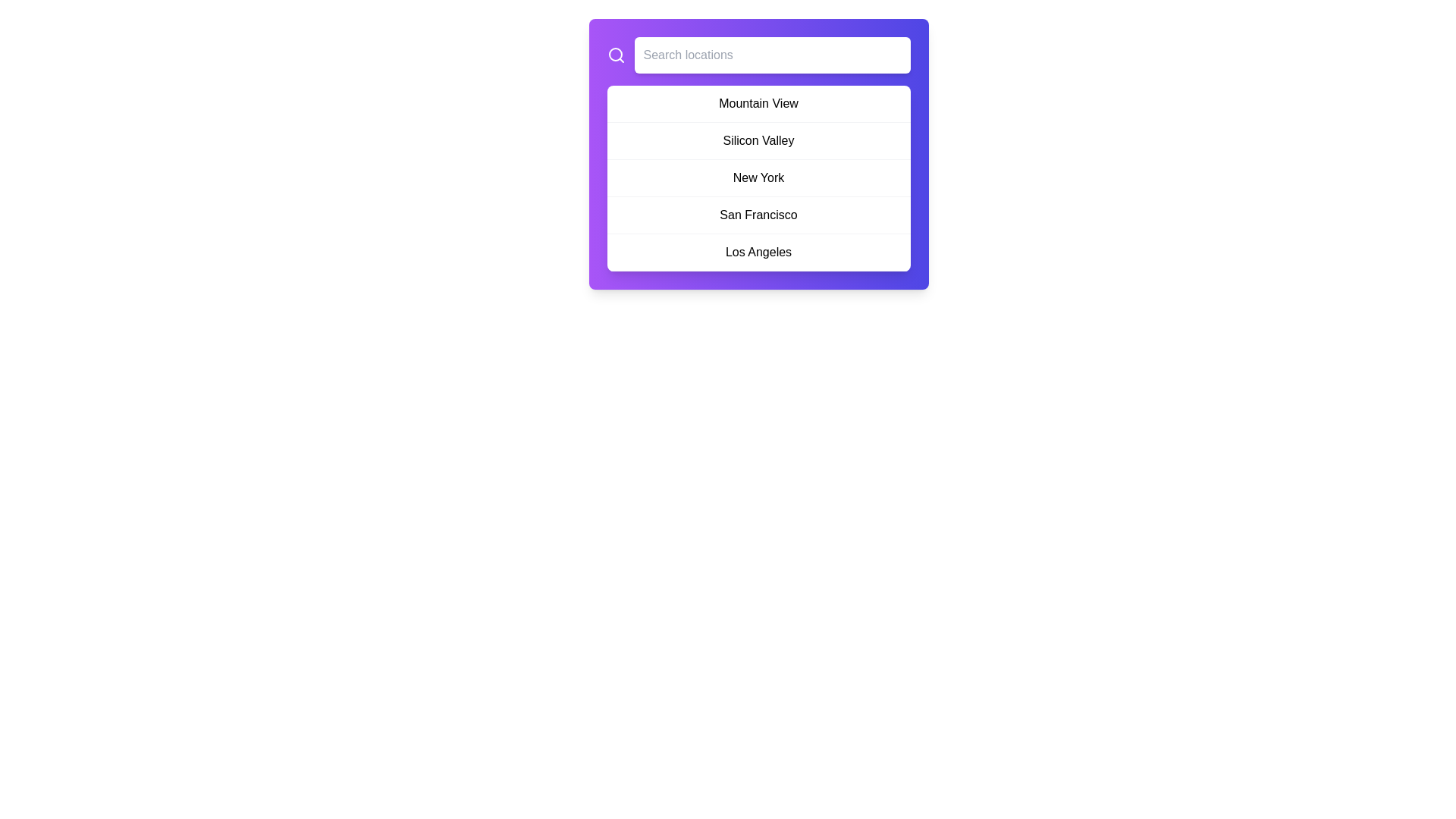 Image resolution: width=1456 pixels, height=819 pixels. Describe the element at coordinates (758, 141) in the screenshot. I see `the 'Silicon Valley' menu item, which is the second option in the pop-up menu` at that location.